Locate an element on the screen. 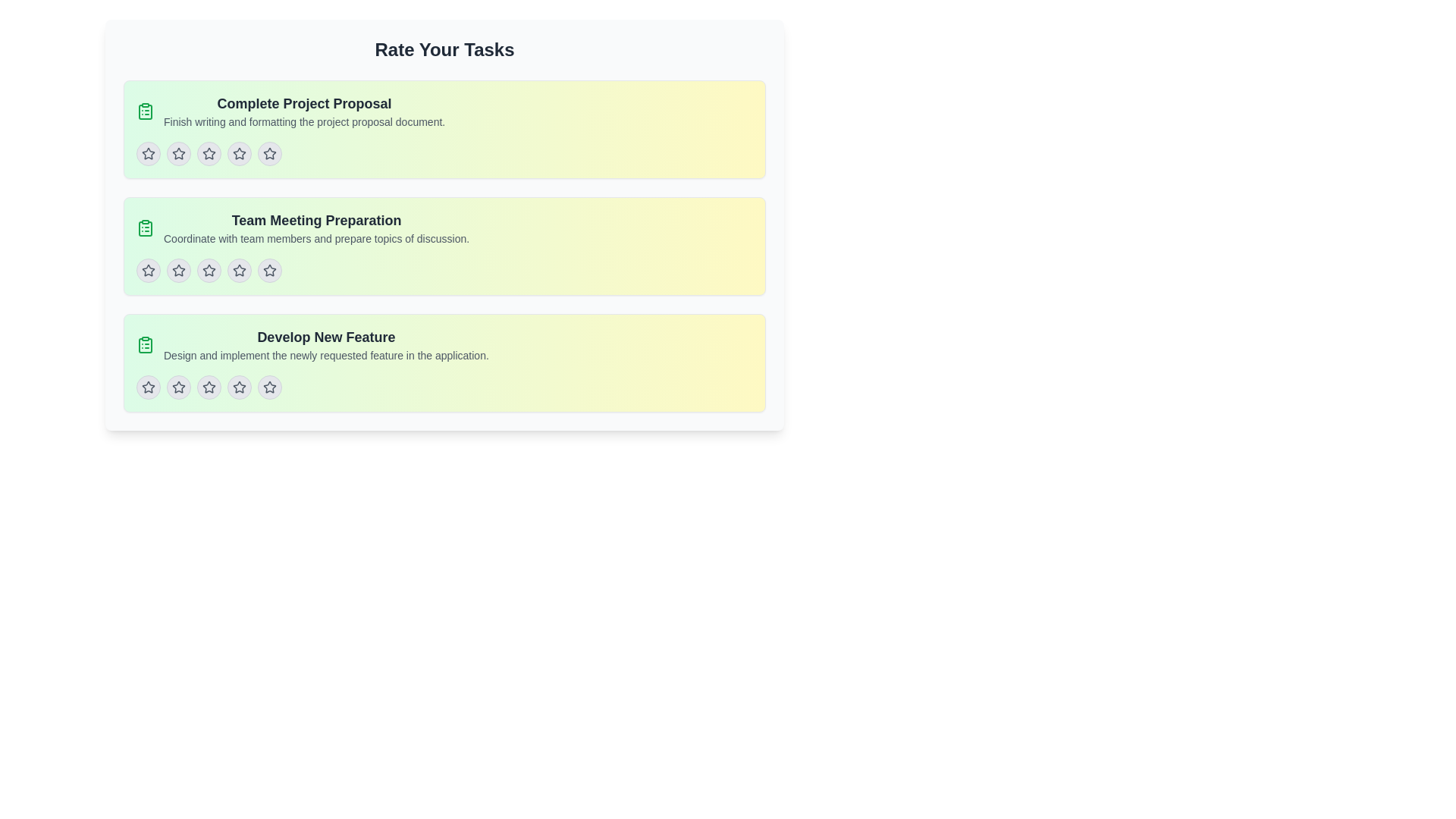  the second star icon in the five-star rating system to rate the 'Complete Project Proposal' task is located at coordinates (239, 154).